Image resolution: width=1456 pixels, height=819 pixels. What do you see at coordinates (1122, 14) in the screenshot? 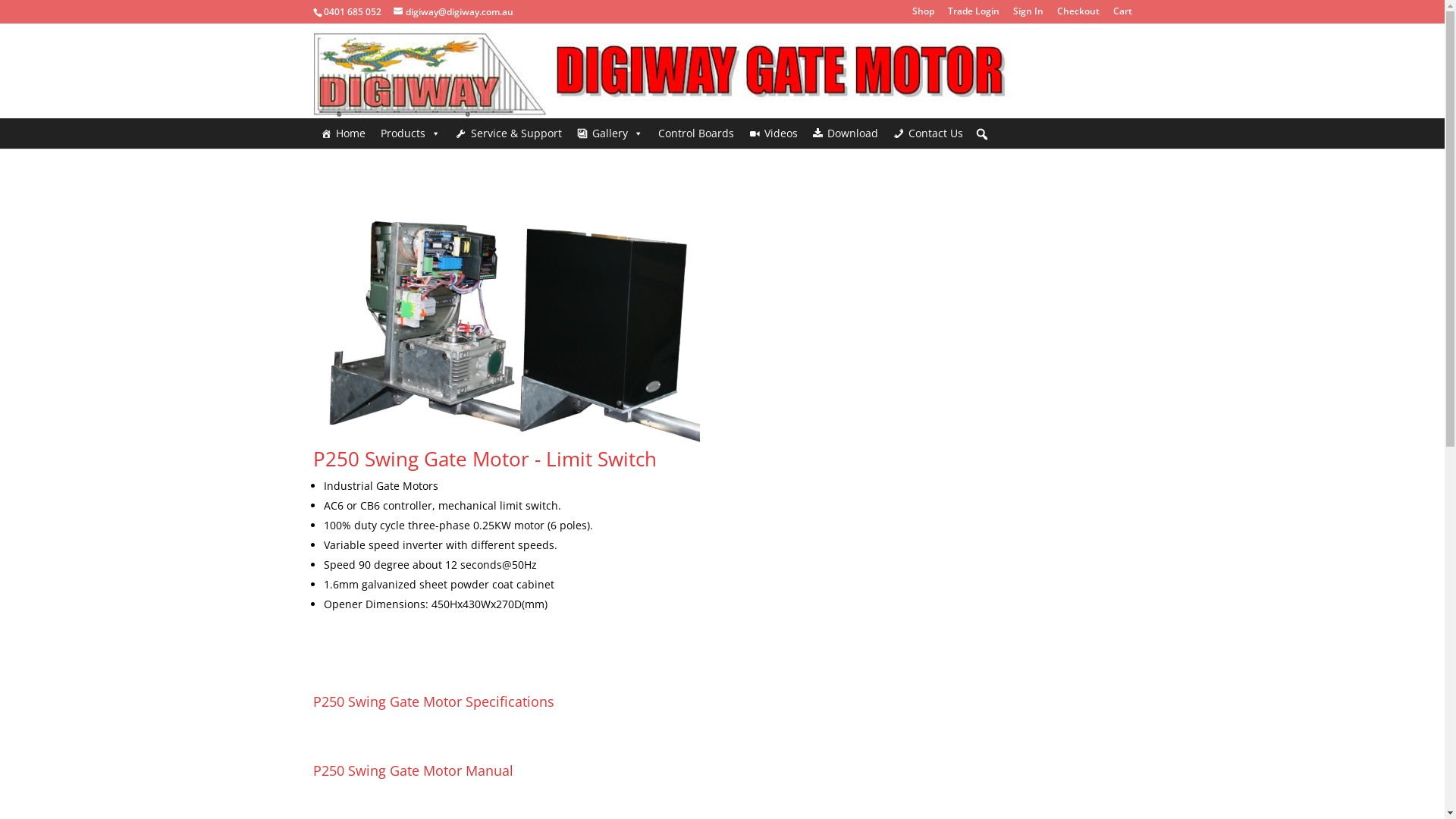
I see `'Cart'` at bounding box center [1122, 14].